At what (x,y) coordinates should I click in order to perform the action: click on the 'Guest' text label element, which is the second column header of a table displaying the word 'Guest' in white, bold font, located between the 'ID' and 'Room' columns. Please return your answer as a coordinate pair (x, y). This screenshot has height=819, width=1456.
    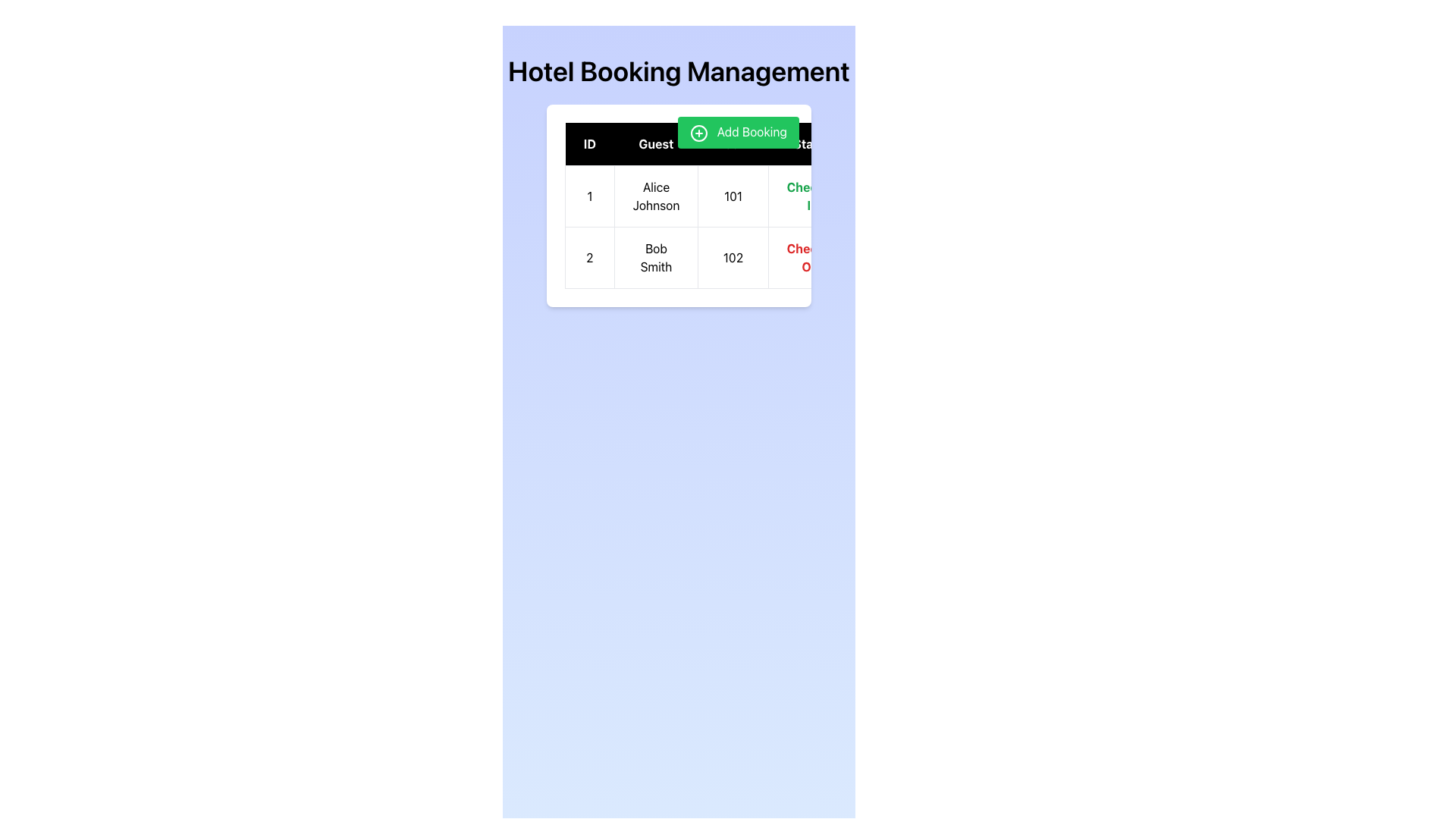
    Looking at the image, I should click on (656, 144).